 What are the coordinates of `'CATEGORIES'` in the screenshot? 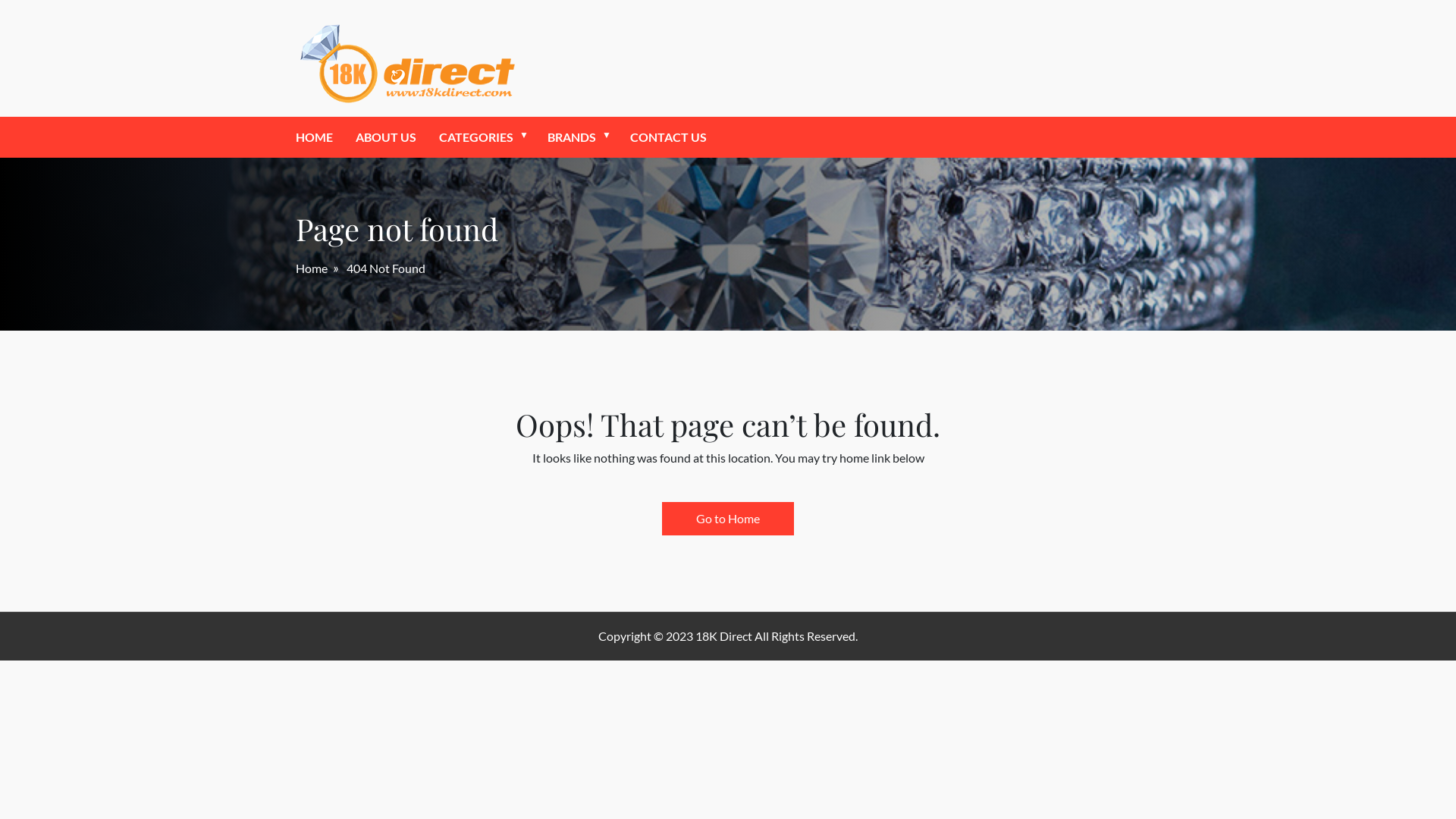 It's located at (475, 137).